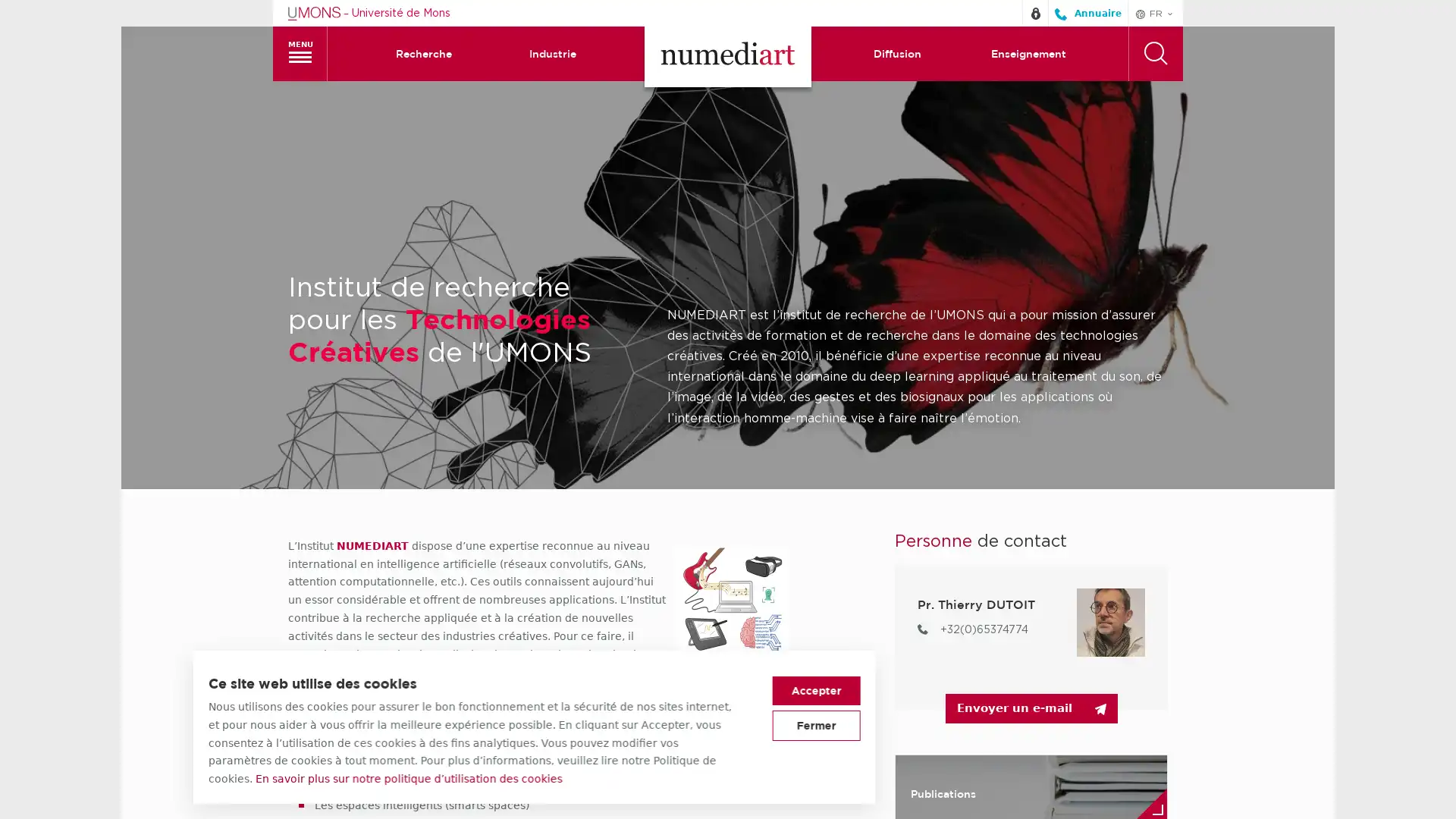 The image size is (1456, 819). What do you see at coordinates (1010, 724) in the screenshot?
I see `Fermer` at bounding box center [1010, 724].